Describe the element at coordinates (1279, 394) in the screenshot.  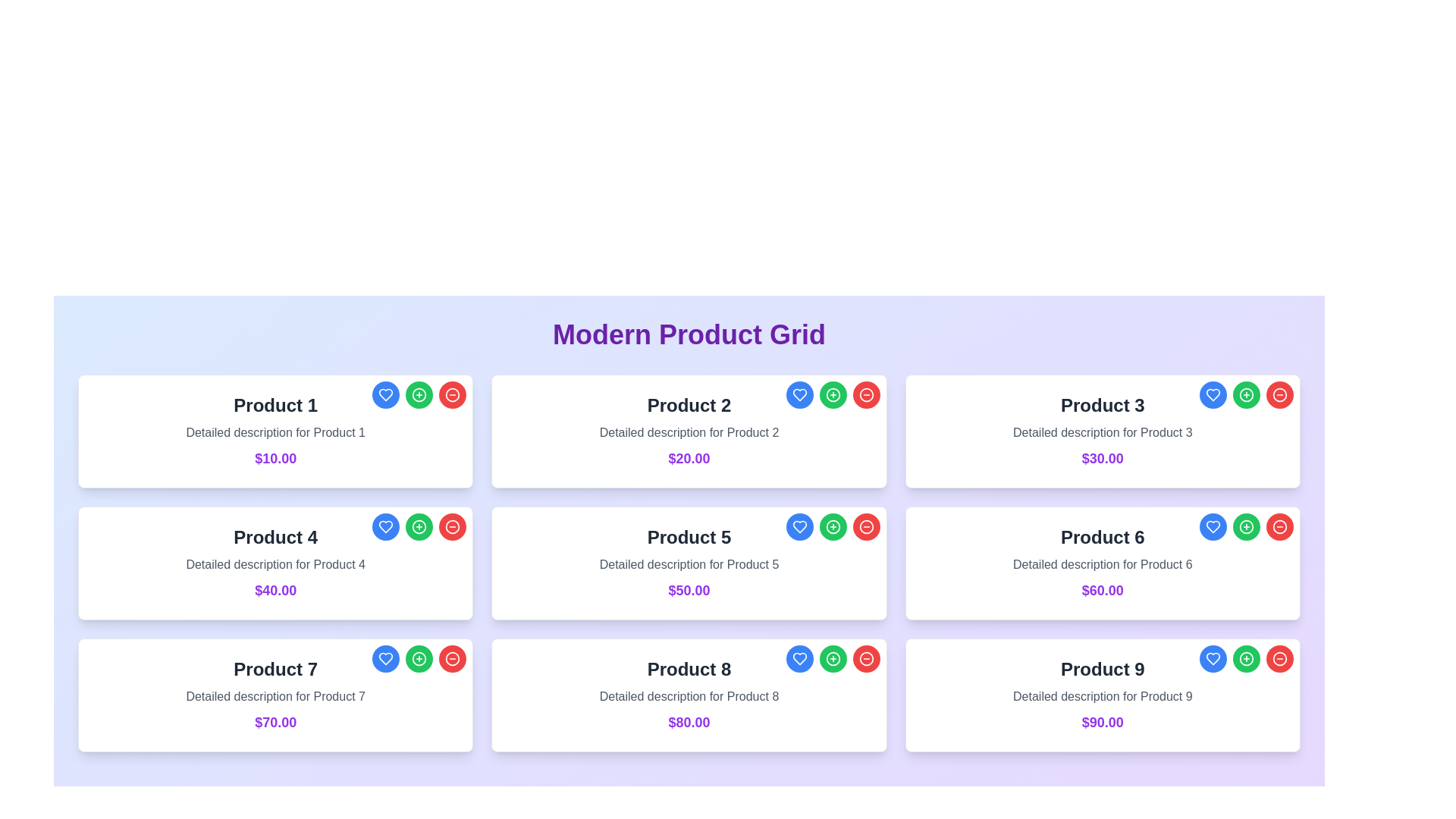
I see `the circular red button with a white minus symbol centered within it, located in the 'Product 3' card in the top-right corner of the grid layout` at that location.